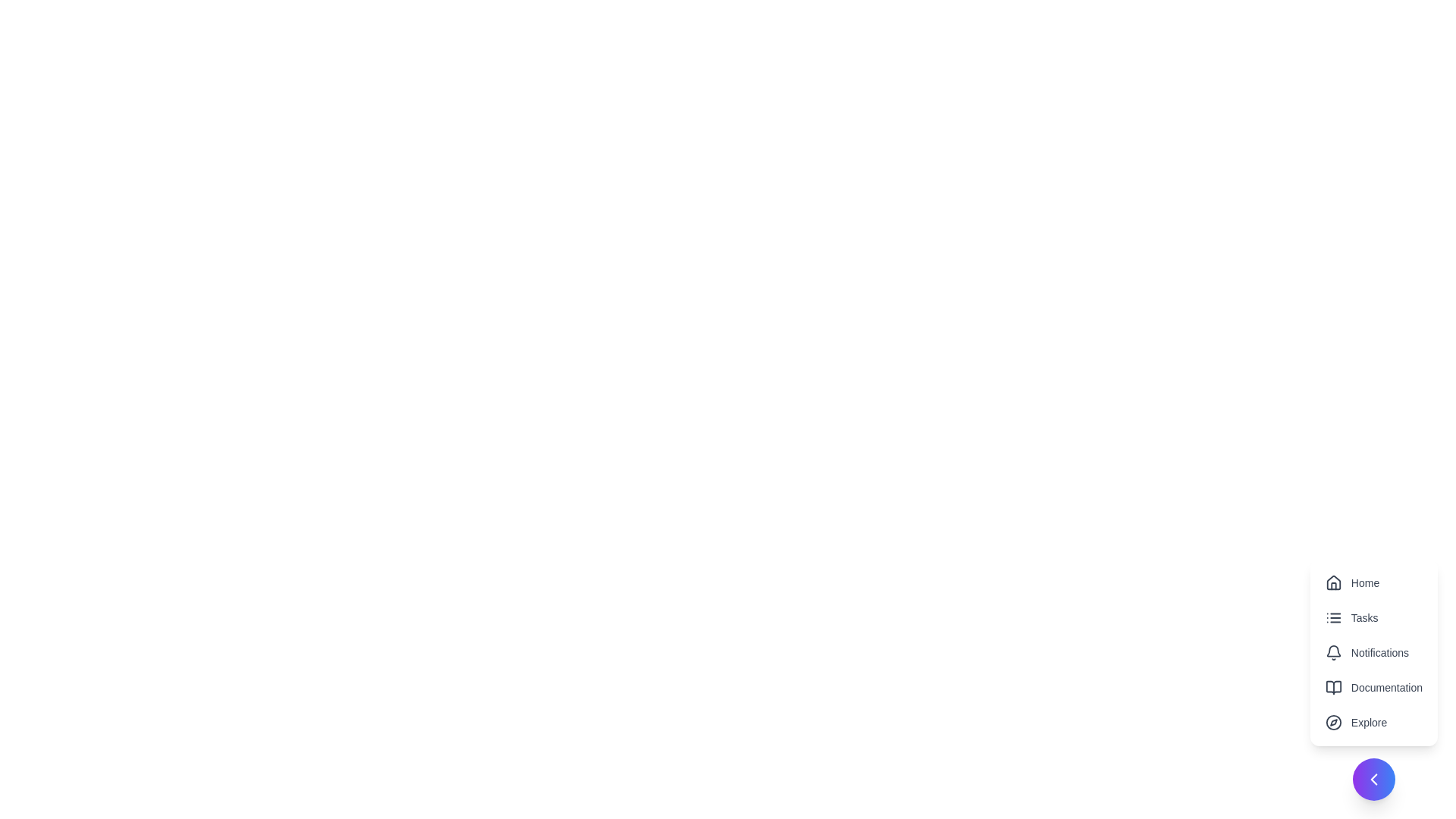 Image resolution: width=1456 pixels, height=819 pixels. I want to click on the menu item labeled Home to observe its hover effect, so click(1373, 582).